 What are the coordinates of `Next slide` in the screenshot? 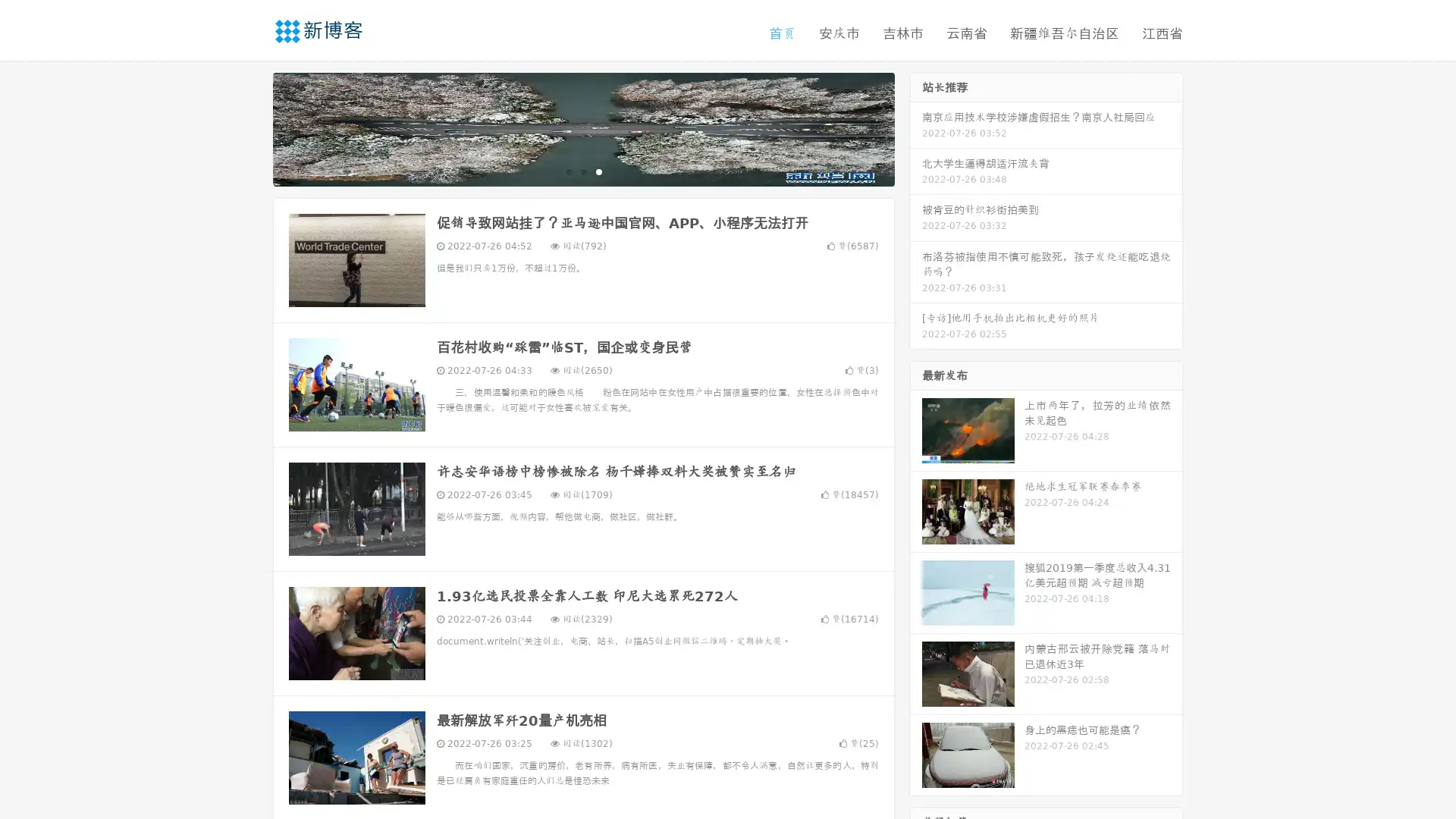 It's located at (916, 127).